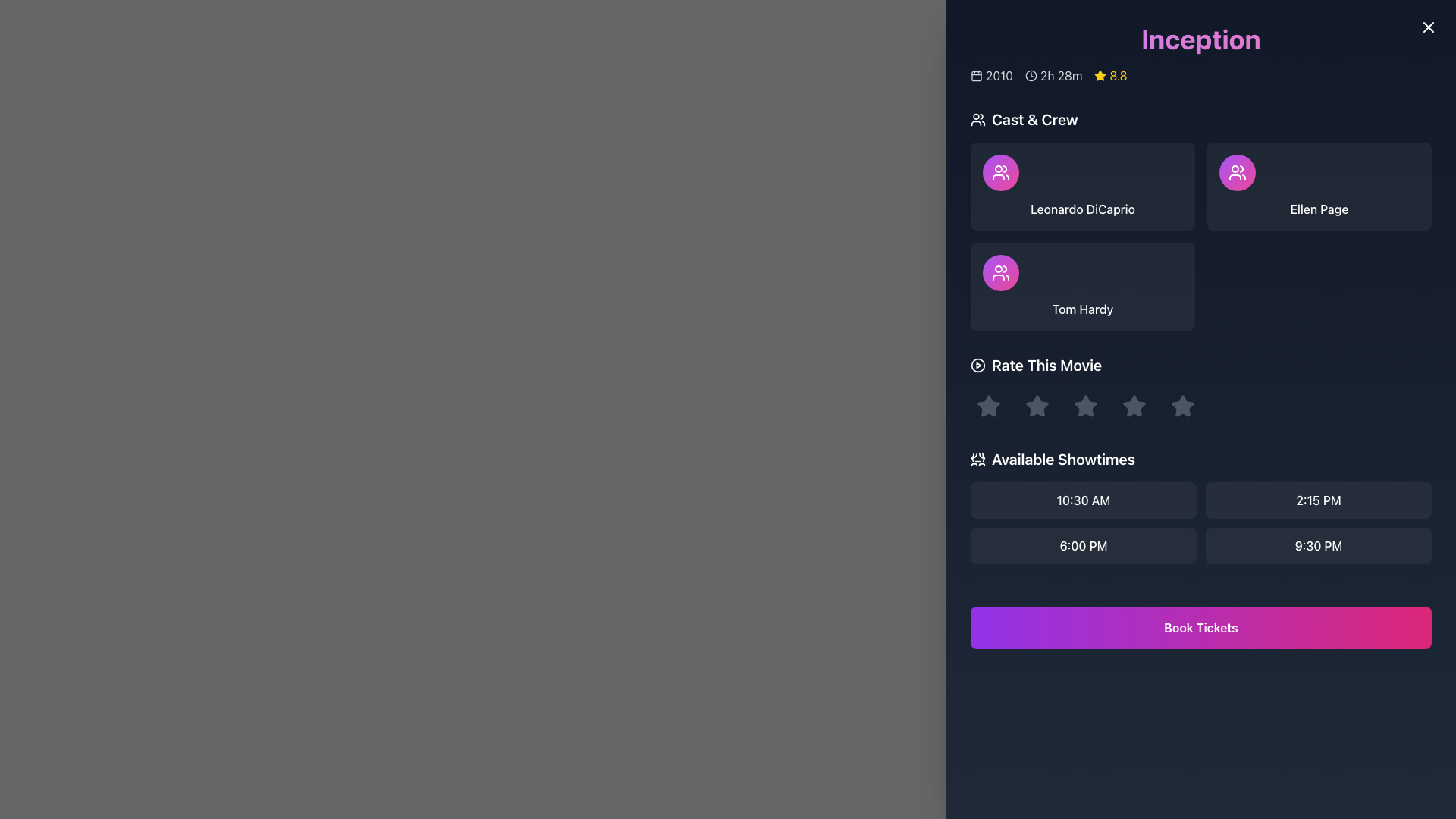  What do you see at coordinates (1001, 271) in the screenshot?
I see `the Avatar icon representing 'Tom Hardy' in the 'Cast & Crew' section` at bounding box center [1001, 271].